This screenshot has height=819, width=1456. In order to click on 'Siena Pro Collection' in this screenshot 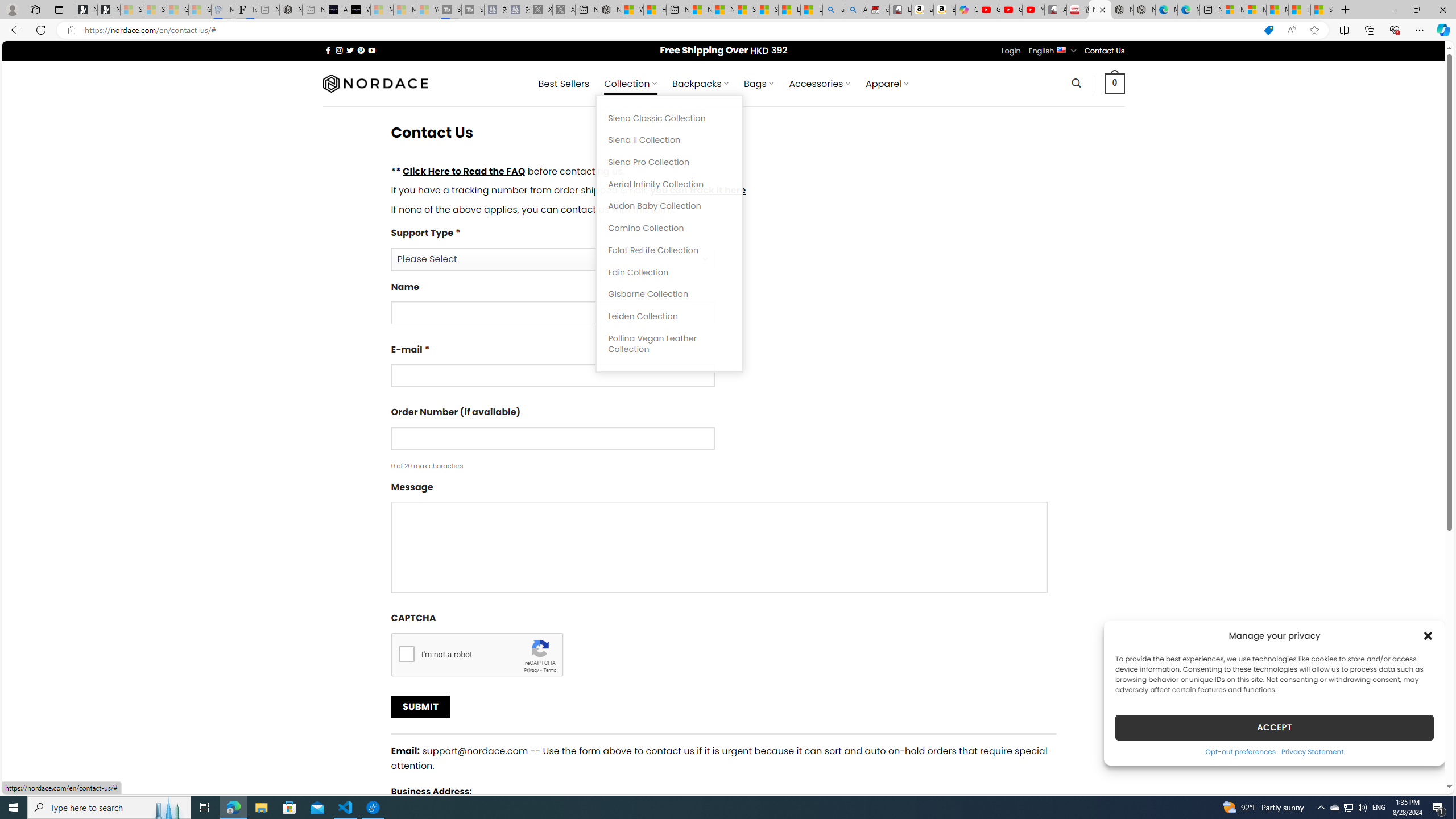, I will do `click(669, 162)`.